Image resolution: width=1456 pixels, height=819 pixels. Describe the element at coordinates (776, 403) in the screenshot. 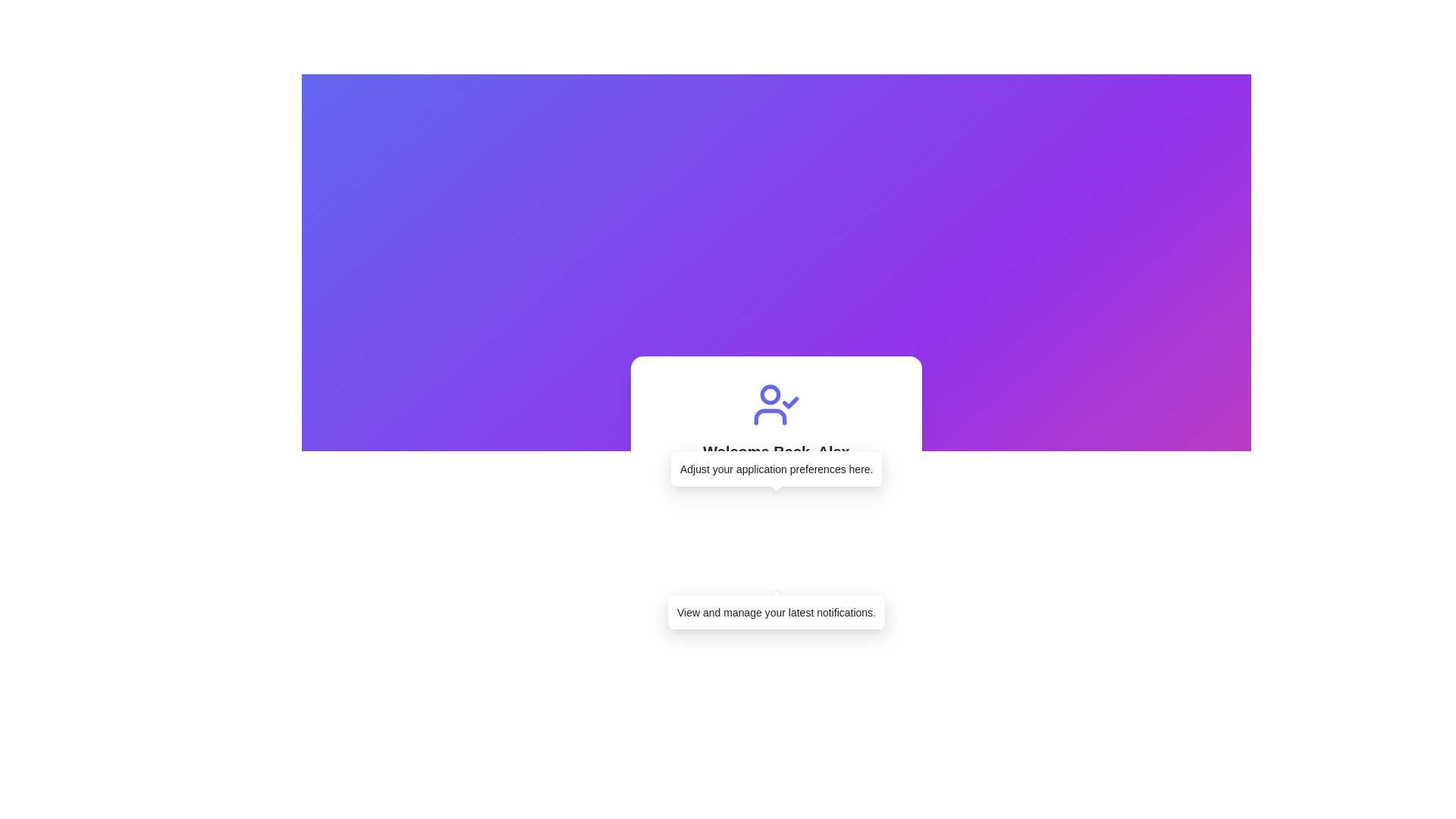

I see `the user profile icon located above the text 'Welcome Back, Alex' within the central white card on the gradient background` at that location.